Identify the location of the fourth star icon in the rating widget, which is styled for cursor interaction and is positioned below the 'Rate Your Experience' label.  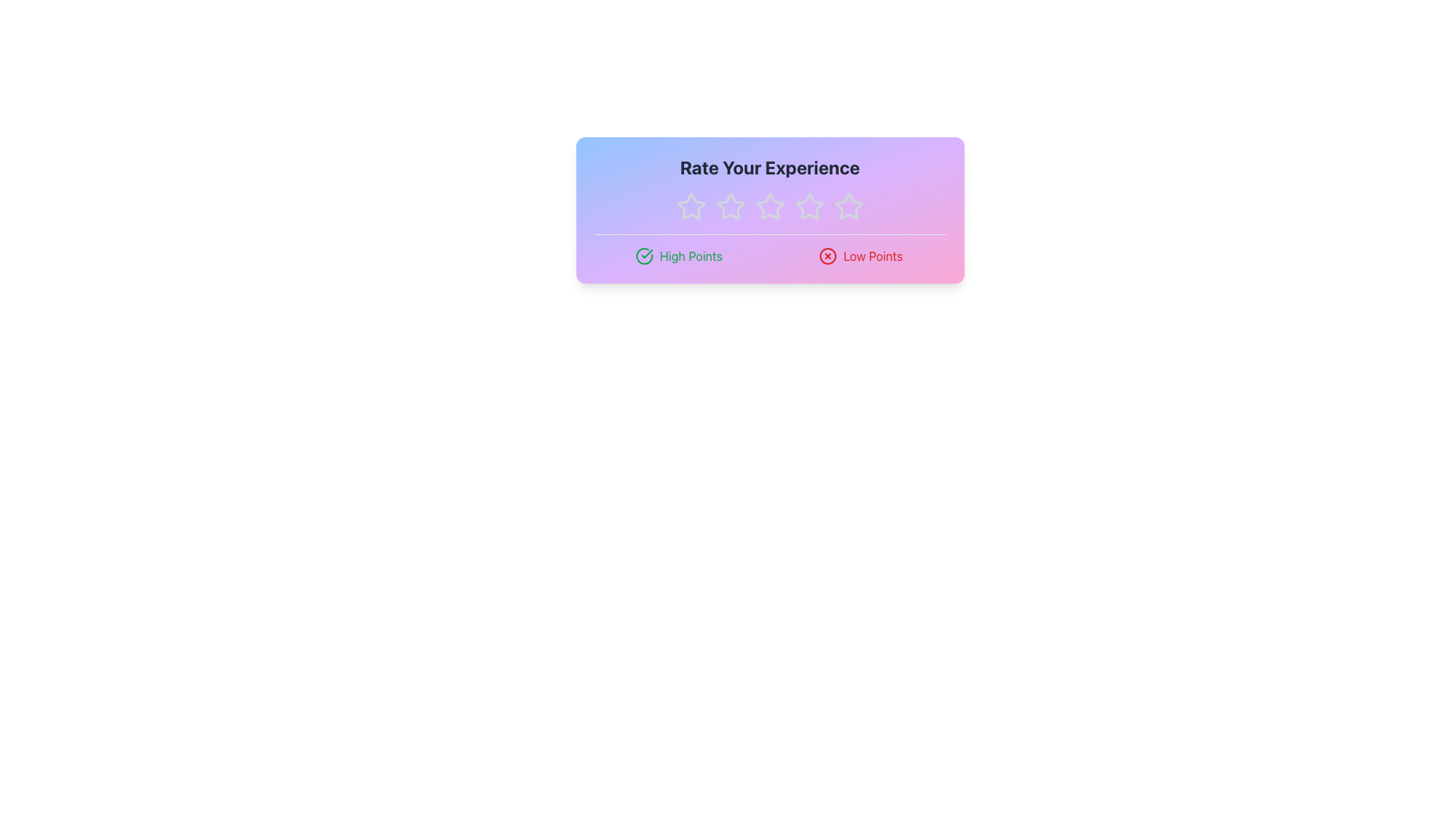
(808, 207).